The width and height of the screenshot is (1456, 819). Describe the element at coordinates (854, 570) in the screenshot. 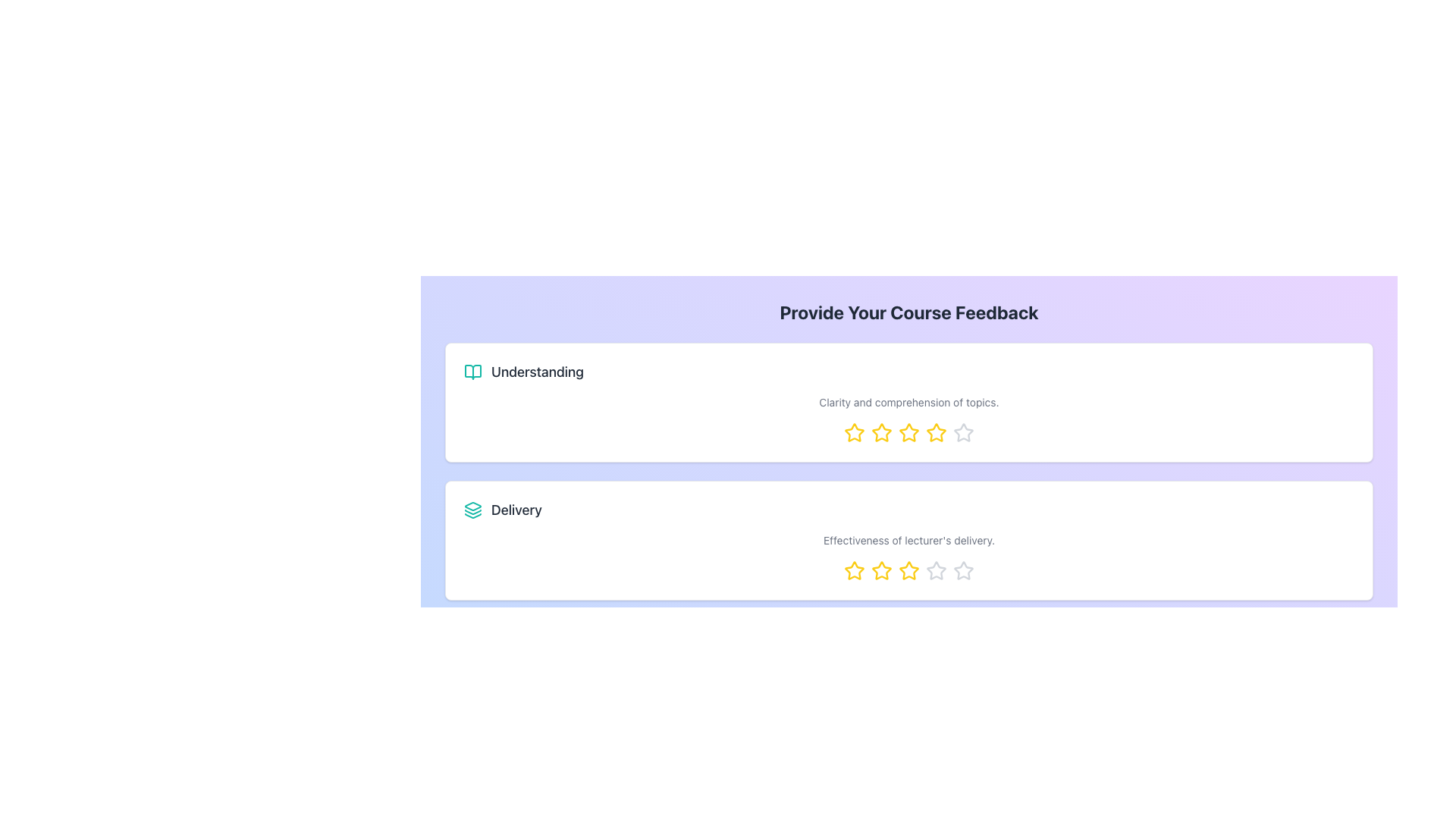

I see `the first star icon in the rating options for the 'Delivery' category` at that location.